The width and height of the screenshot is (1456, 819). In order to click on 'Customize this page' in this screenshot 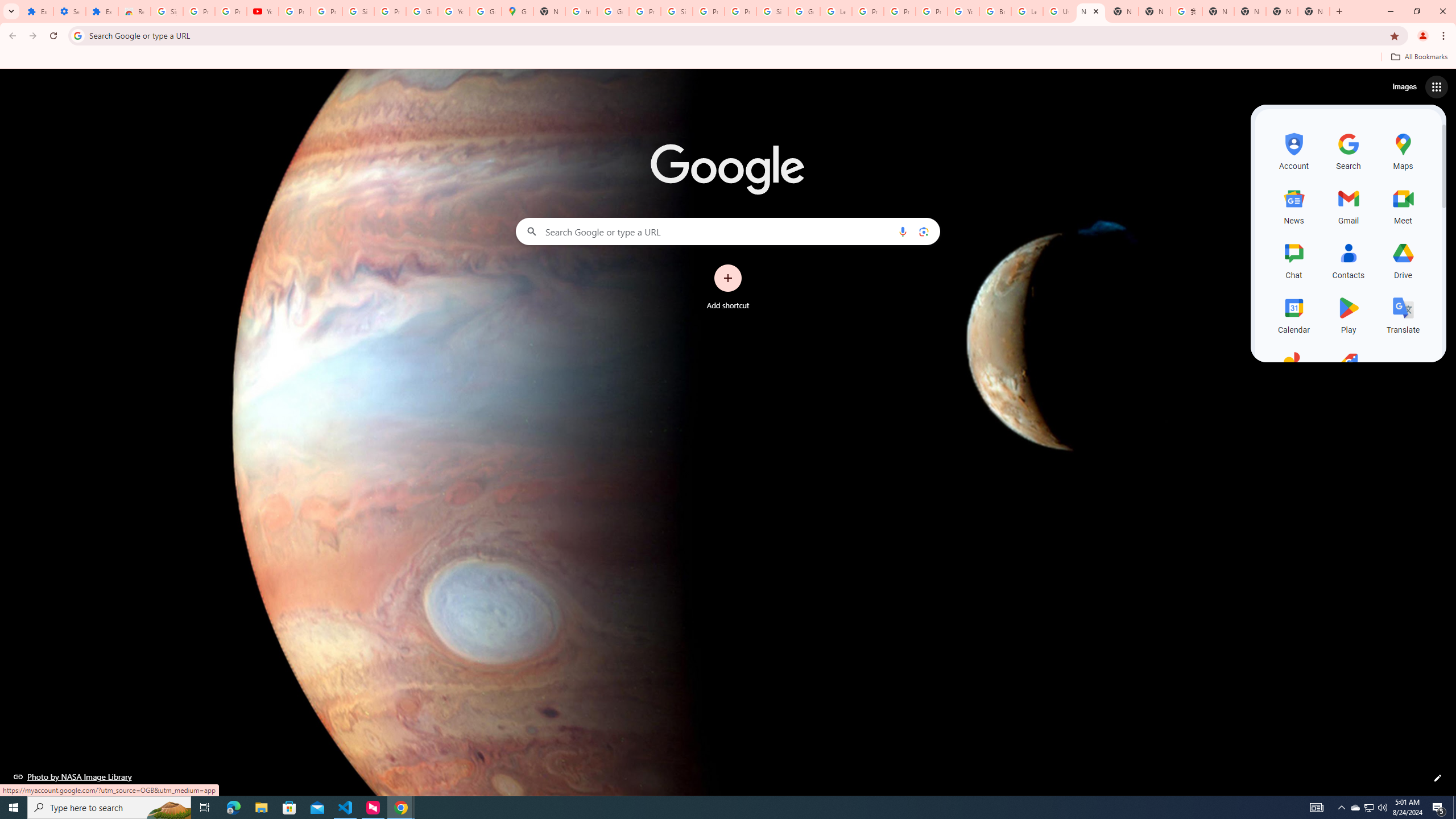, I will do `click(1437, 777)`.